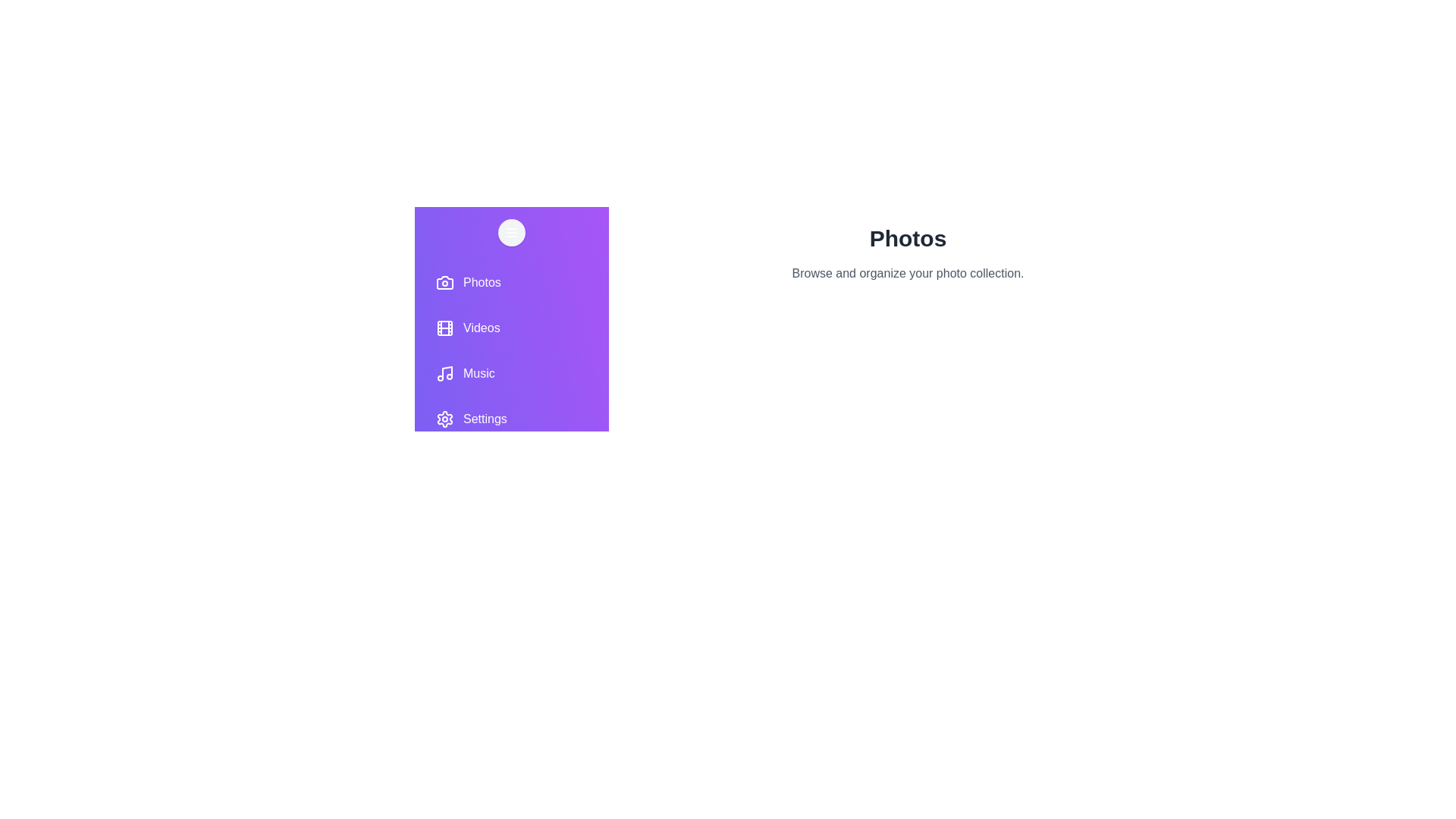 This screenshot has width=1456, height=819. Describe the element at coordinates (512, 327) in the screenshot. I see `the Videos tab to view its contents` at that location.